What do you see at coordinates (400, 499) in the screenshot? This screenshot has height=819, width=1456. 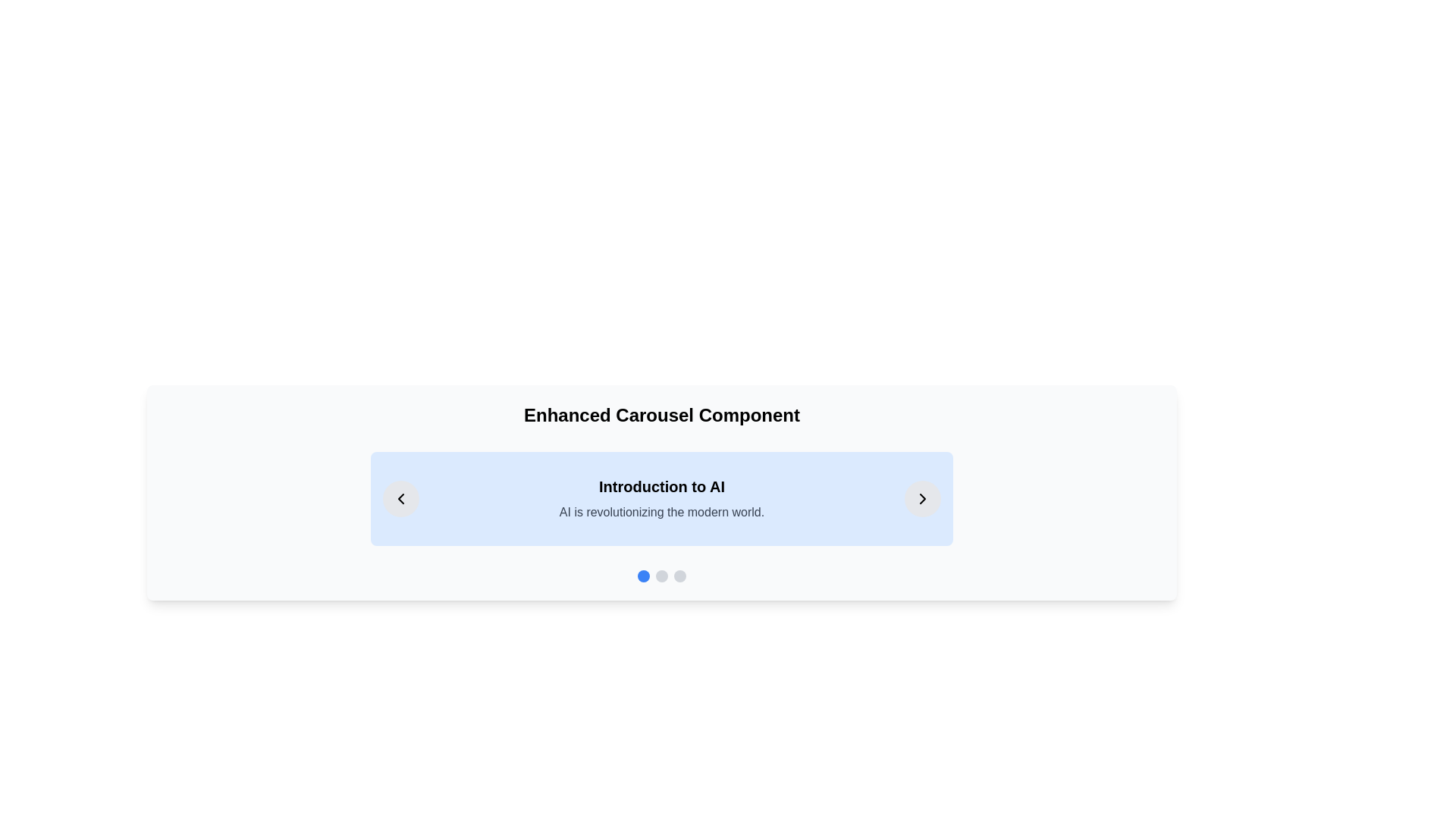 I see `the circular button with a light gray background and a black leftward-pointing chevron icon` at bounding box center [400, 499].